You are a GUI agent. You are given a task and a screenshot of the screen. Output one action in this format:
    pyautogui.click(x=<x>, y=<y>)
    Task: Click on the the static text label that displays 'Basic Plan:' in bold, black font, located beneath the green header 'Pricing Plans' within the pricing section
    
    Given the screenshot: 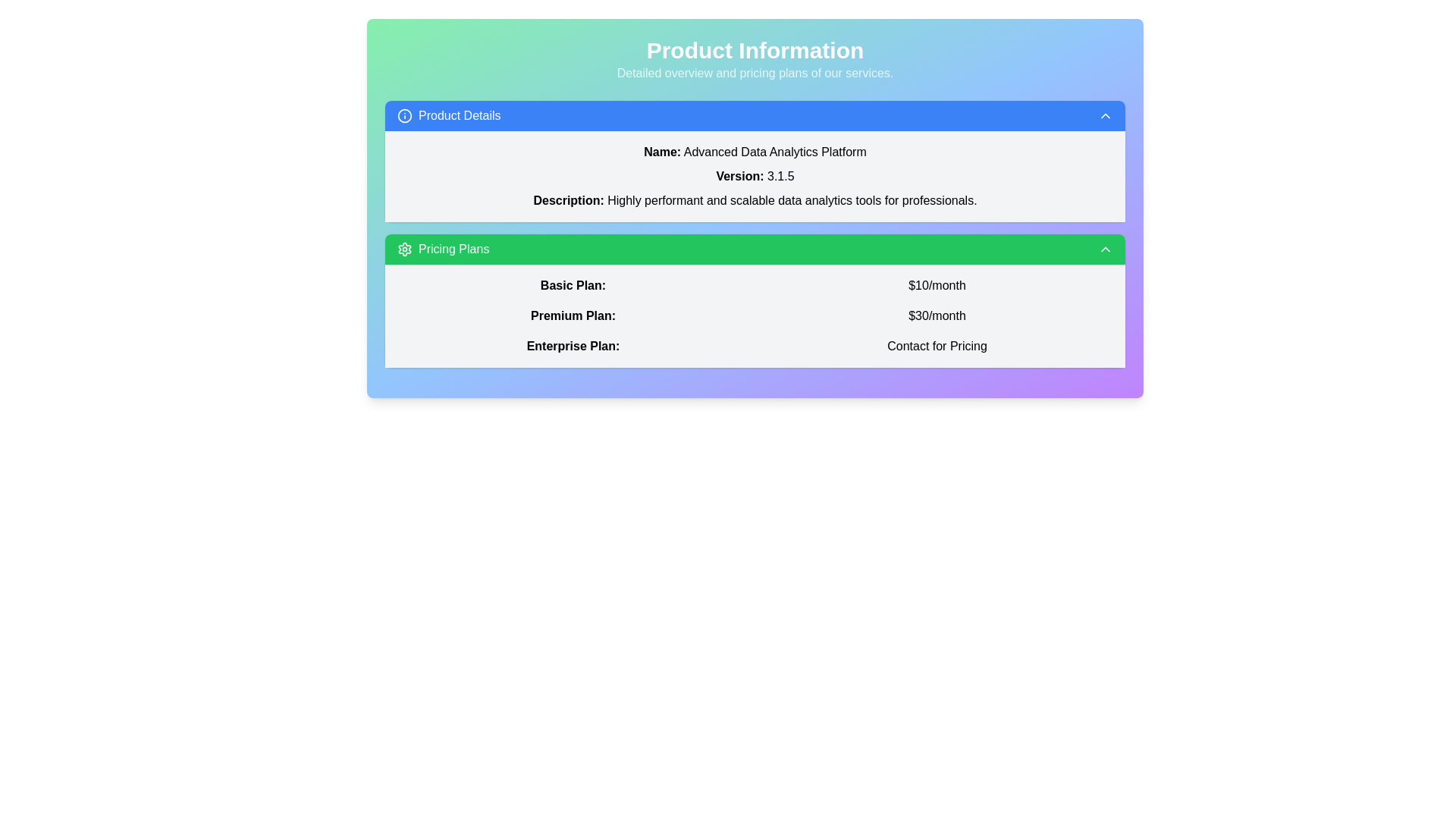 What is the action you would take?
    pyautogui.click(x=572, y=286)
    